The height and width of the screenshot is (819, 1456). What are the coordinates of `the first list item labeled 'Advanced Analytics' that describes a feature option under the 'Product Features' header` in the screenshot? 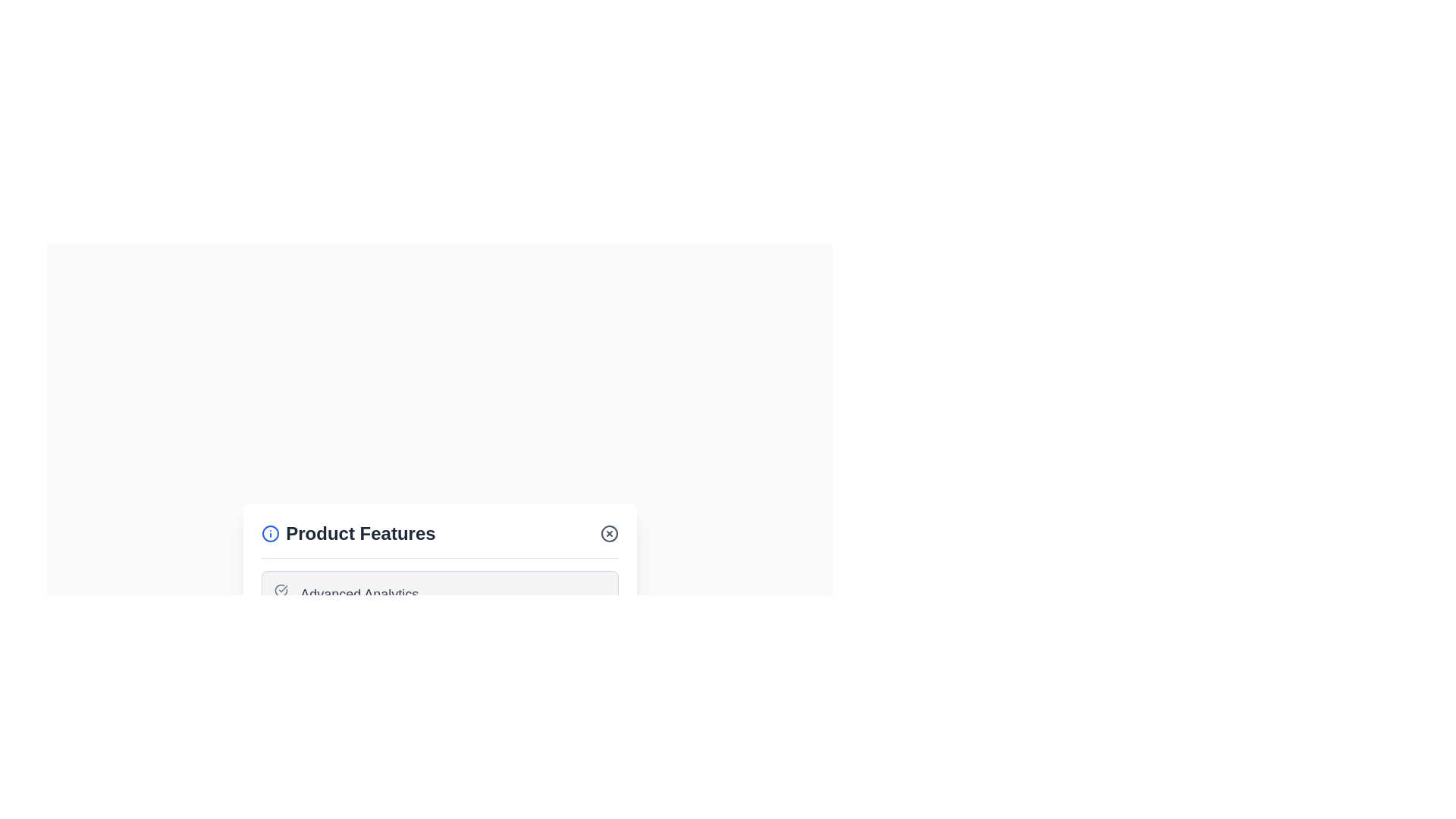 It's located at (439, 593).